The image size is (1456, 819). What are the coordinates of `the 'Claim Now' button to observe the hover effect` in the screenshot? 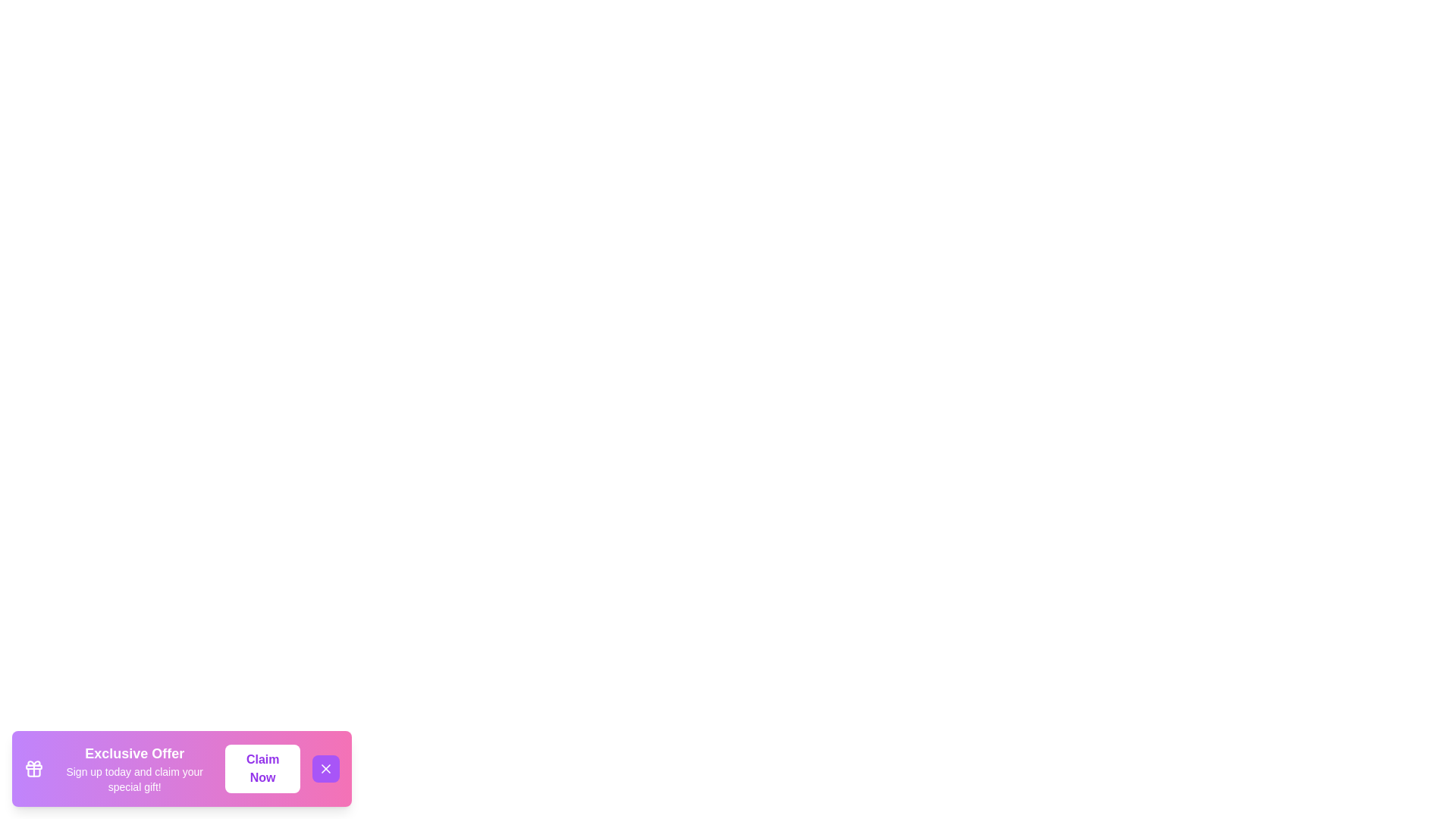 It's located at (262, 769).